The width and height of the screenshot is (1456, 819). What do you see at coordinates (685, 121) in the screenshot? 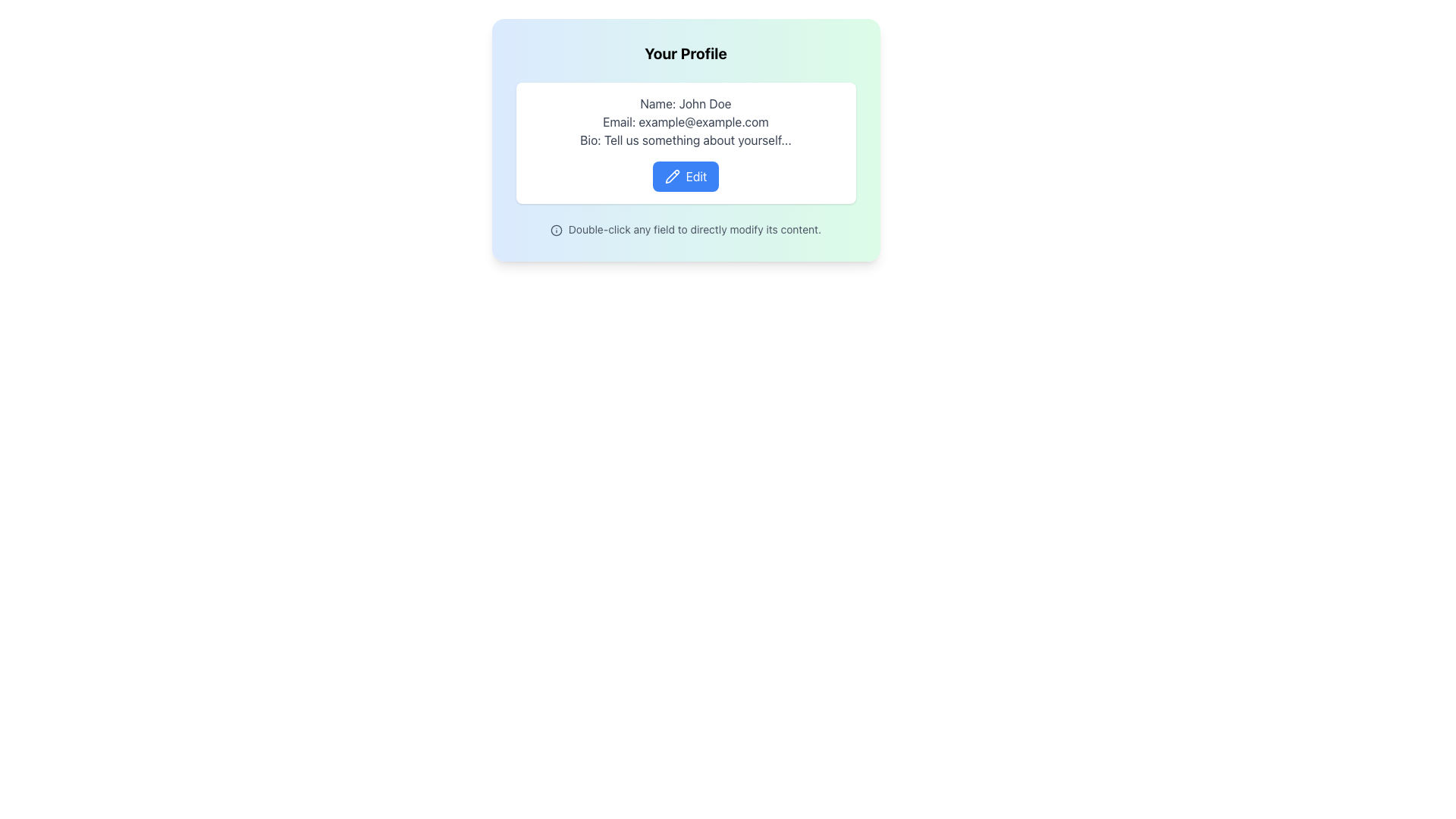
I see `the non-editable email address text label, which is positioned between the 'Name: John Doe' section and the 'Bio: Tell us something about yourself...' section` at bounding box center [685, 121].